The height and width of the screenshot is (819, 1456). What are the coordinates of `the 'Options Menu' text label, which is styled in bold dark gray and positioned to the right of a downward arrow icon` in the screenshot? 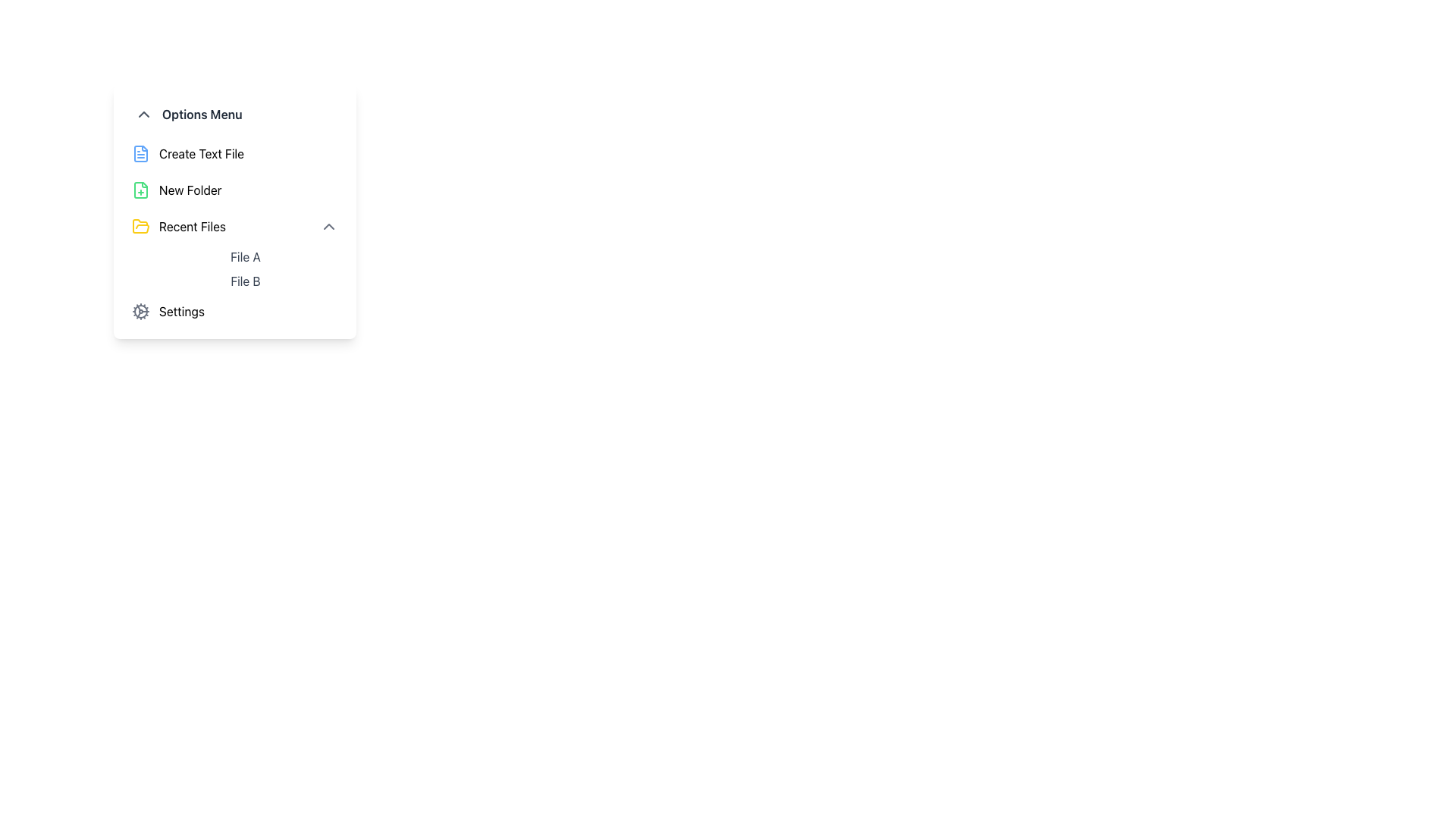 It's located at (201, 113).